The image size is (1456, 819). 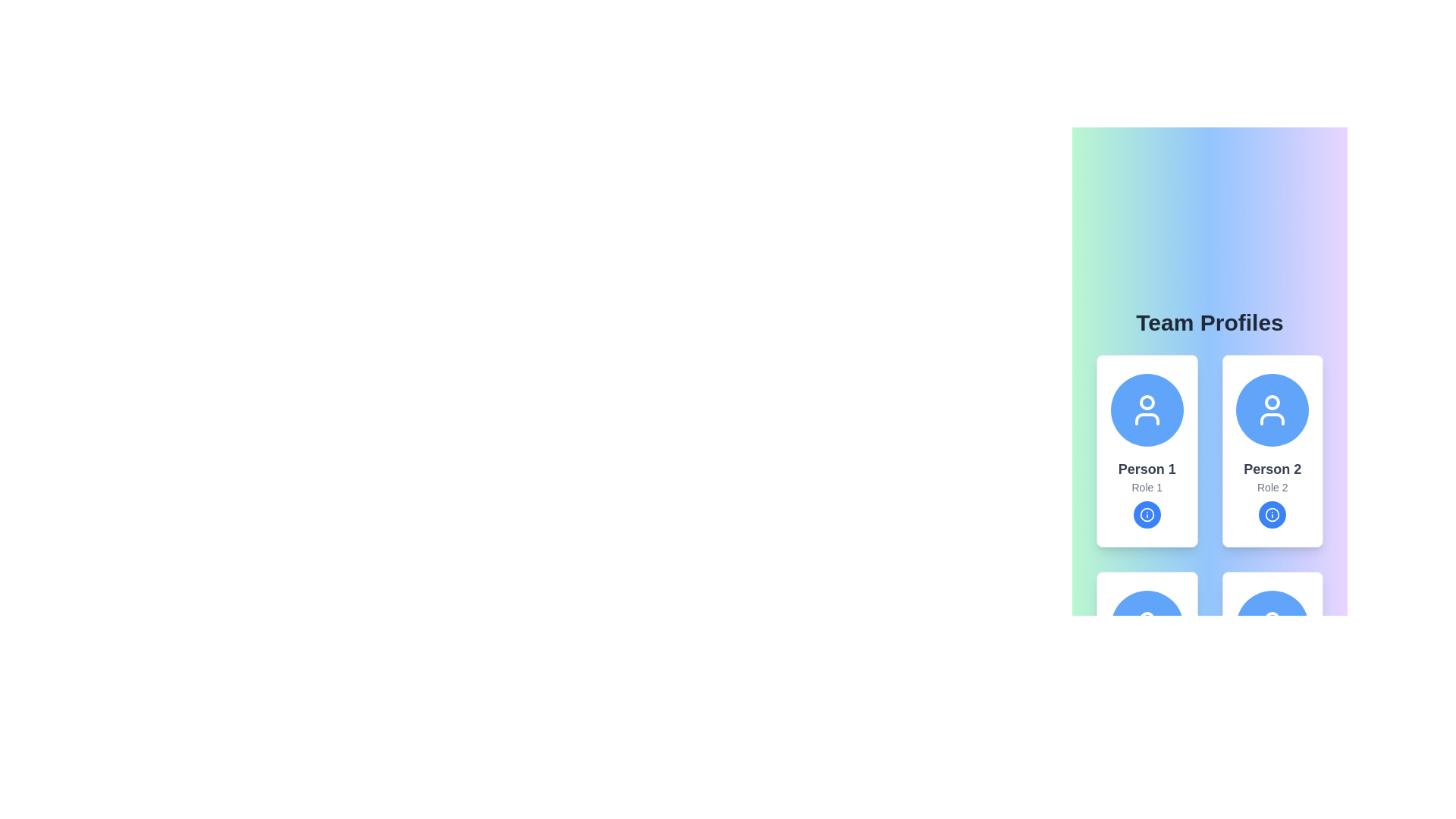 What do you see at coordinates (1272, 626) in the screenshot?
I see `the avatar representing 'Person 4' in the team profile grid, which is visually centered in its card` at bounding box center [1272, 626].